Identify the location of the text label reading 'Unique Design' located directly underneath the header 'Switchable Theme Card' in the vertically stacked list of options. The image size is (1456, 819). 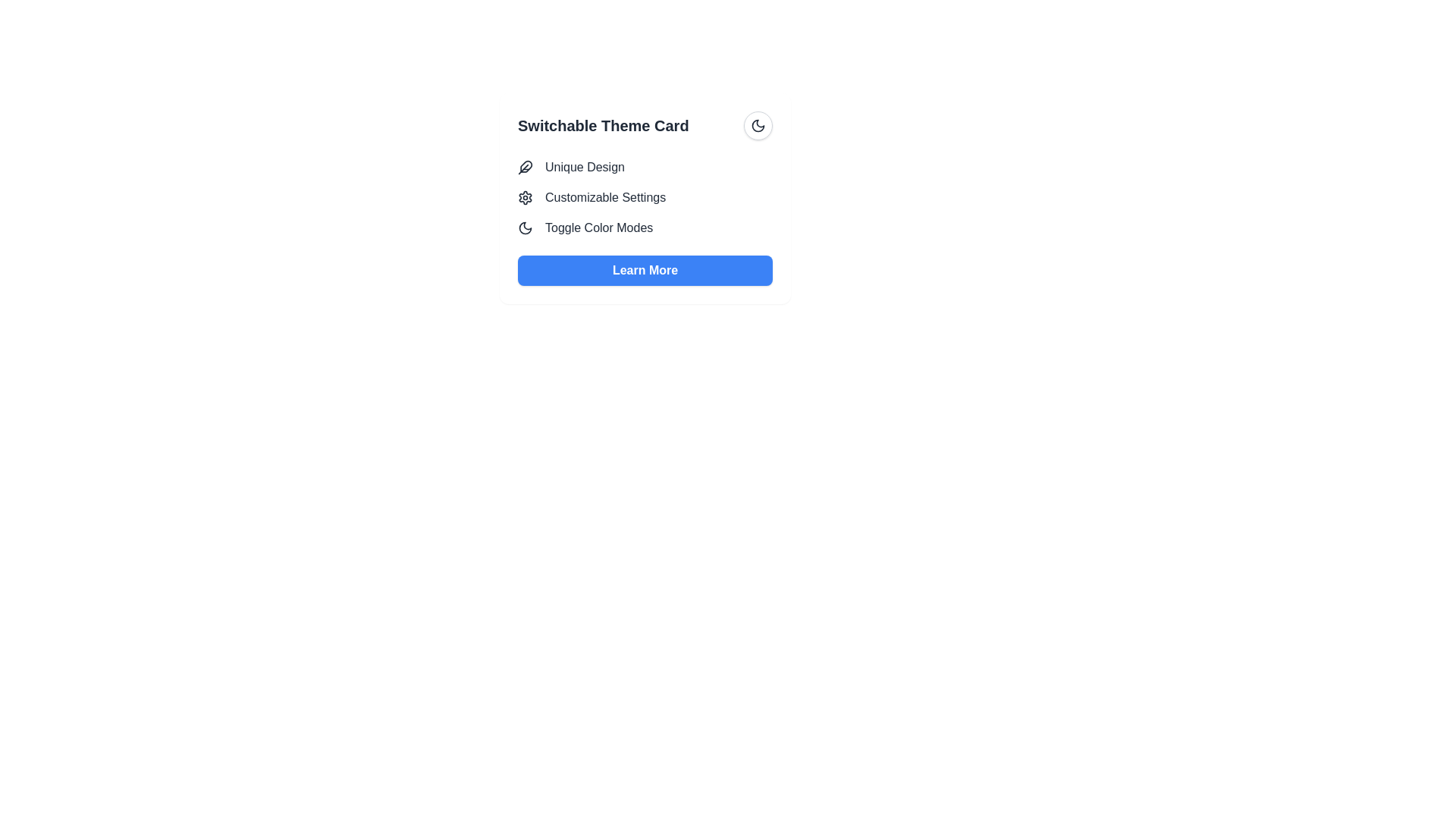
(584, 167).